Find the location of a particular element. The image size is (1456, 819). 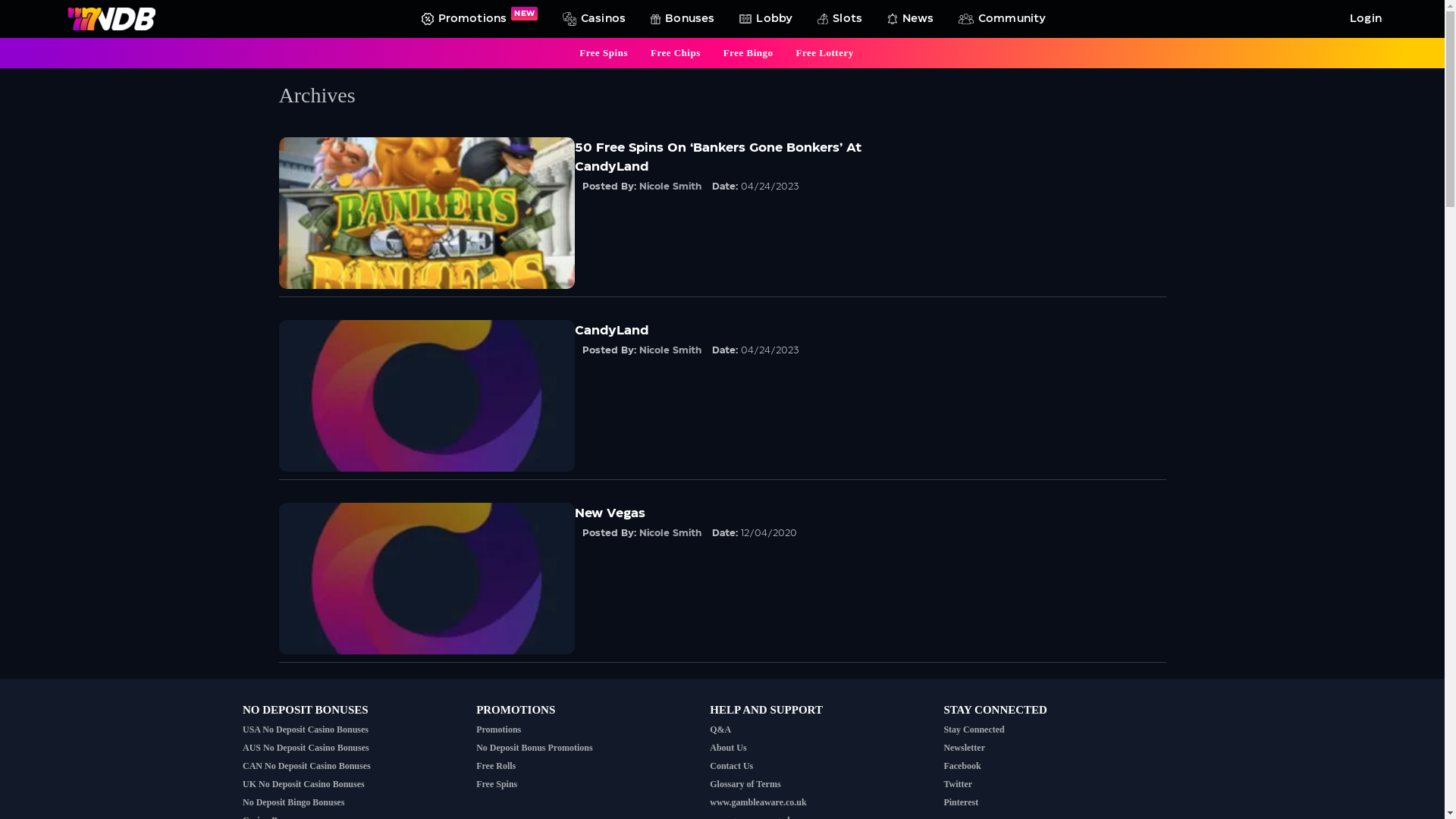

'Glossary of Terms' is located at coordinates (745, 783).